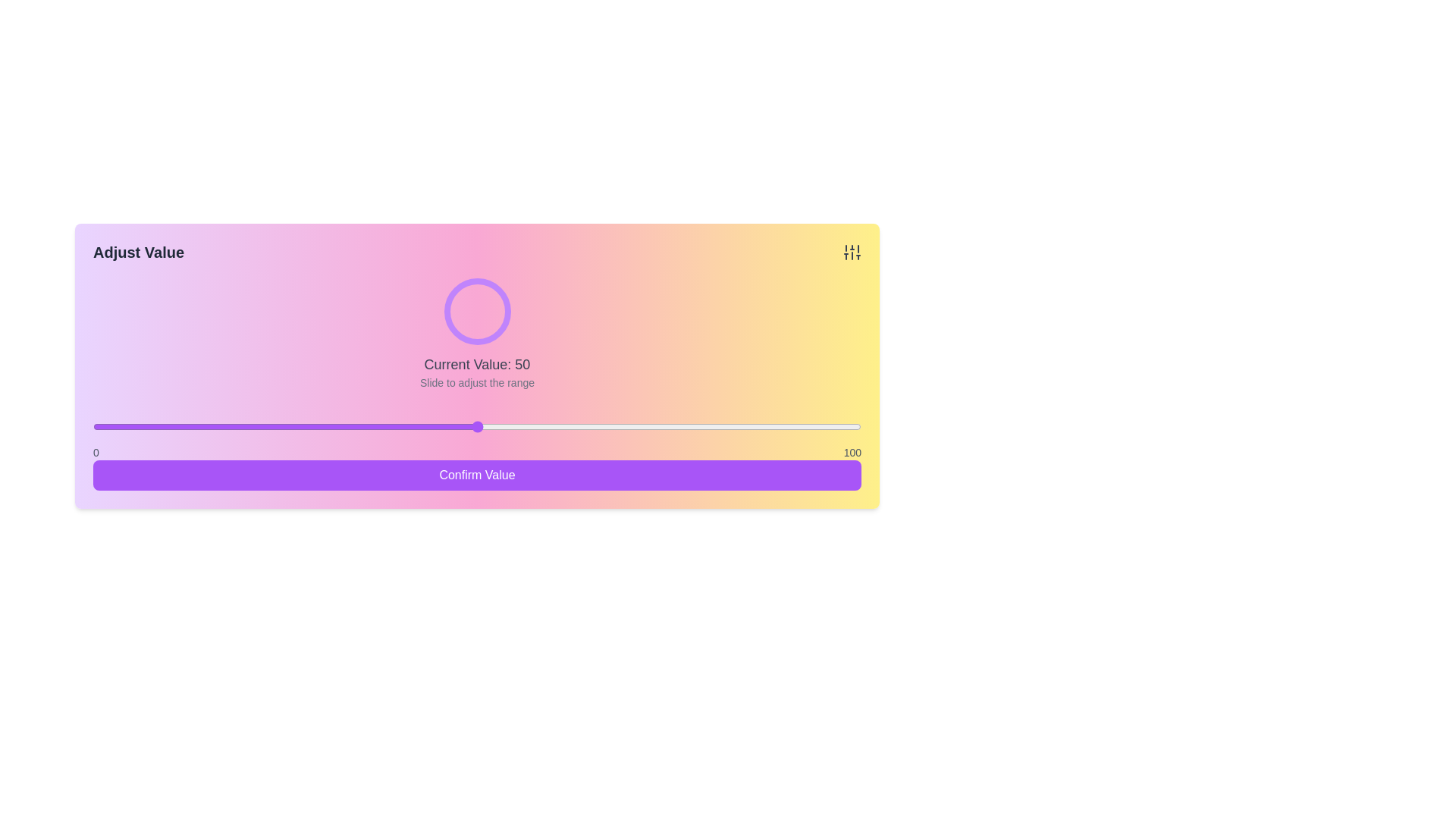 This screenshot has height=819, width=1456. I want to click on the slider to set the value to 0, so click(93, 427).